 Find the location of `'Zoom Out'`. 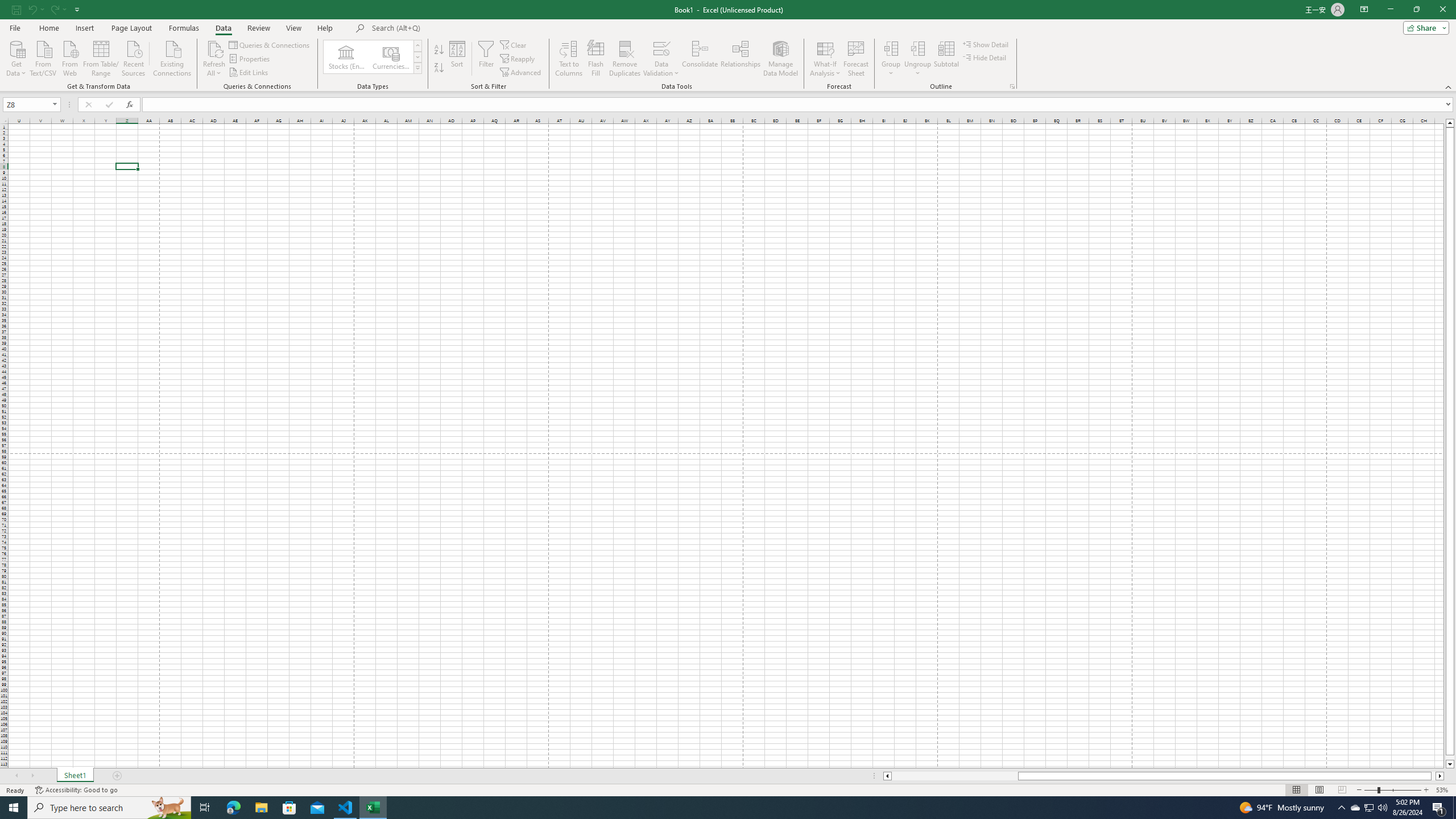

'Zoom Out' is located at coordinates (1370, 790).